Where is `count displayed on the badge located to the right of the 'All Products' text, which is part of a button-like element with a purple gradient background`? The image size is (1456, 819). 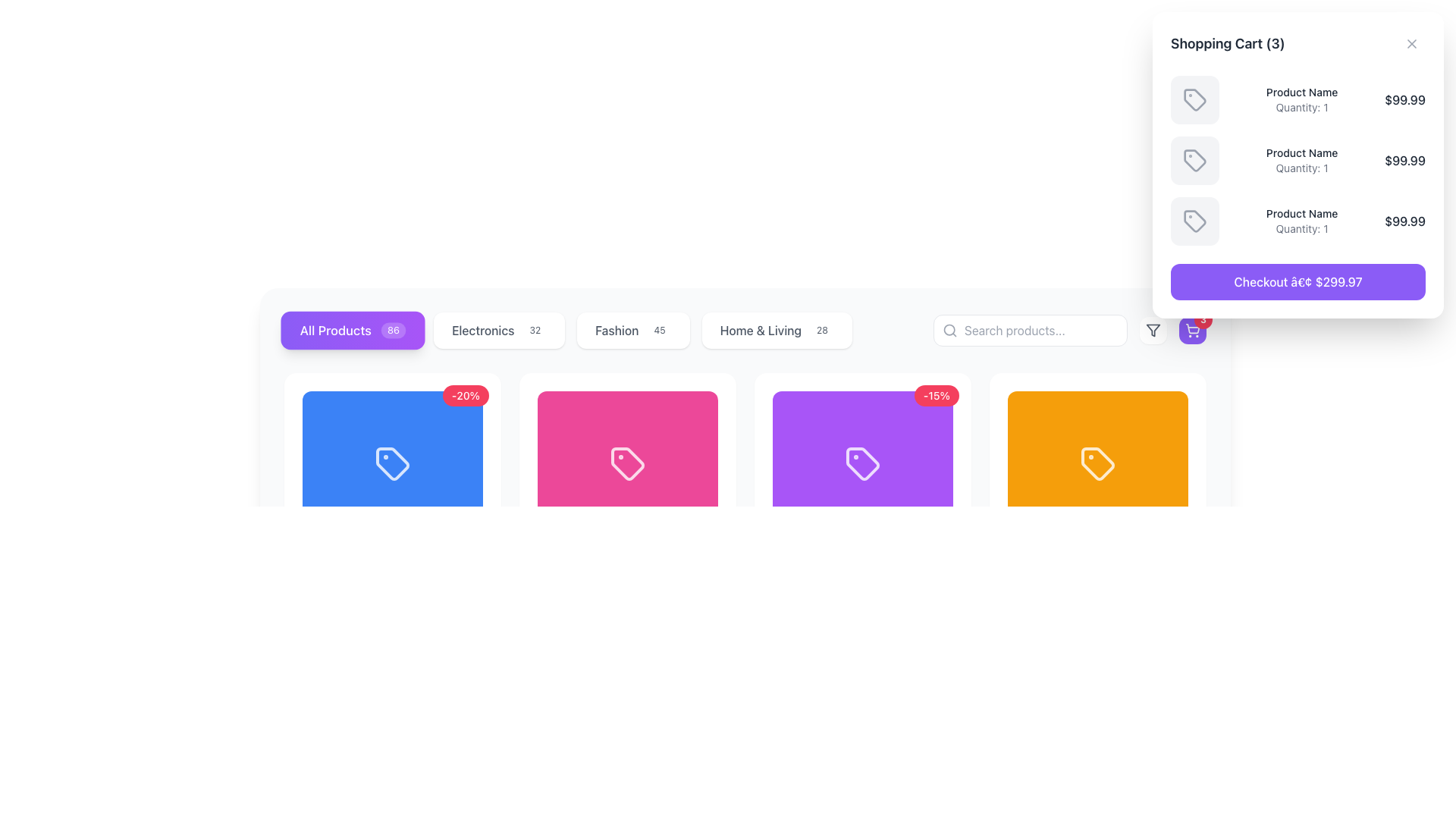
count displayed on the badge located to the right of the 'All Products' text, which is part of a button-like element with a purple gradient background is located at coordinates (393, 329).